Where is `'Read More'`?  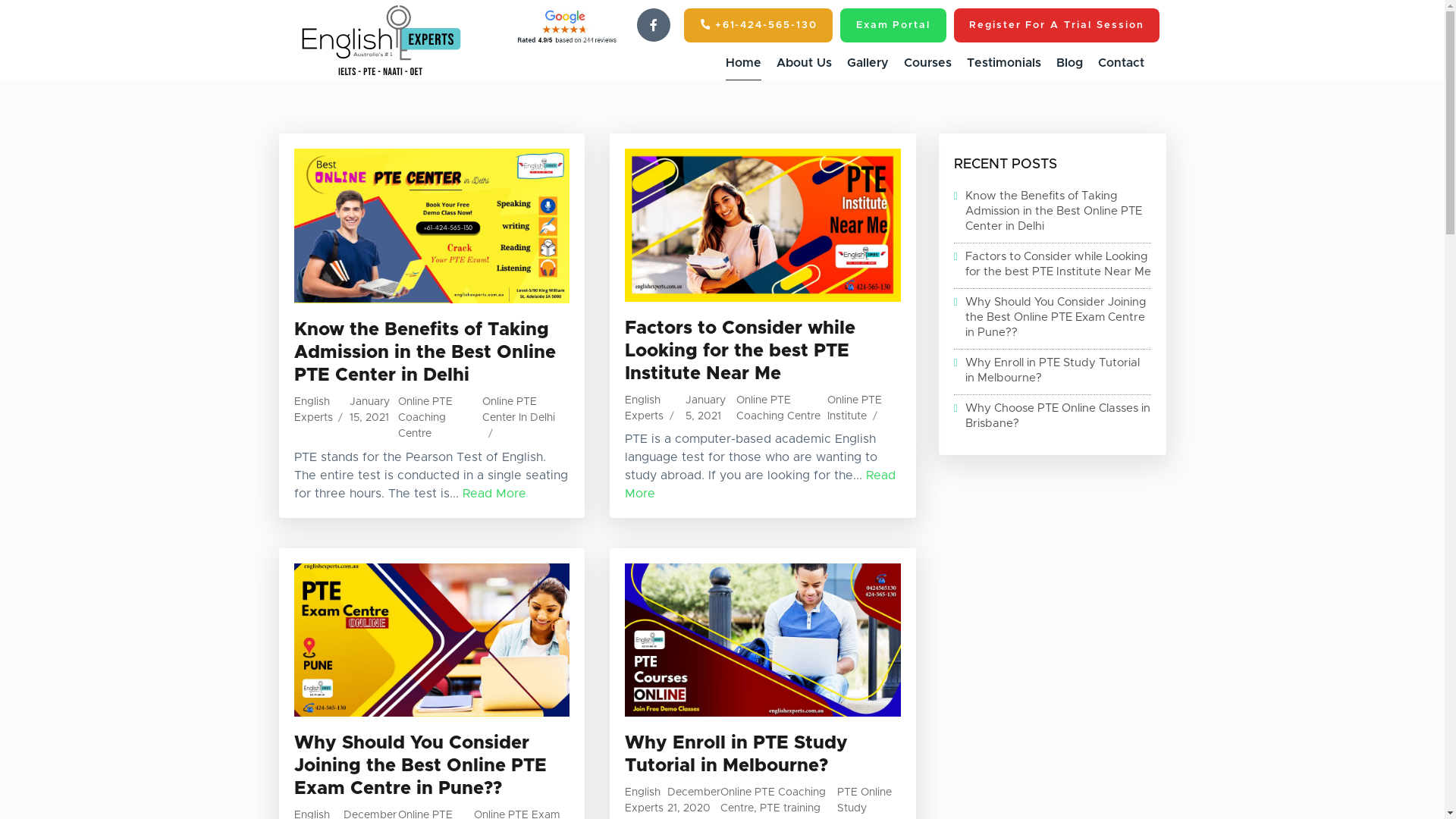 'Read More' is located at coordinates (494, 494).